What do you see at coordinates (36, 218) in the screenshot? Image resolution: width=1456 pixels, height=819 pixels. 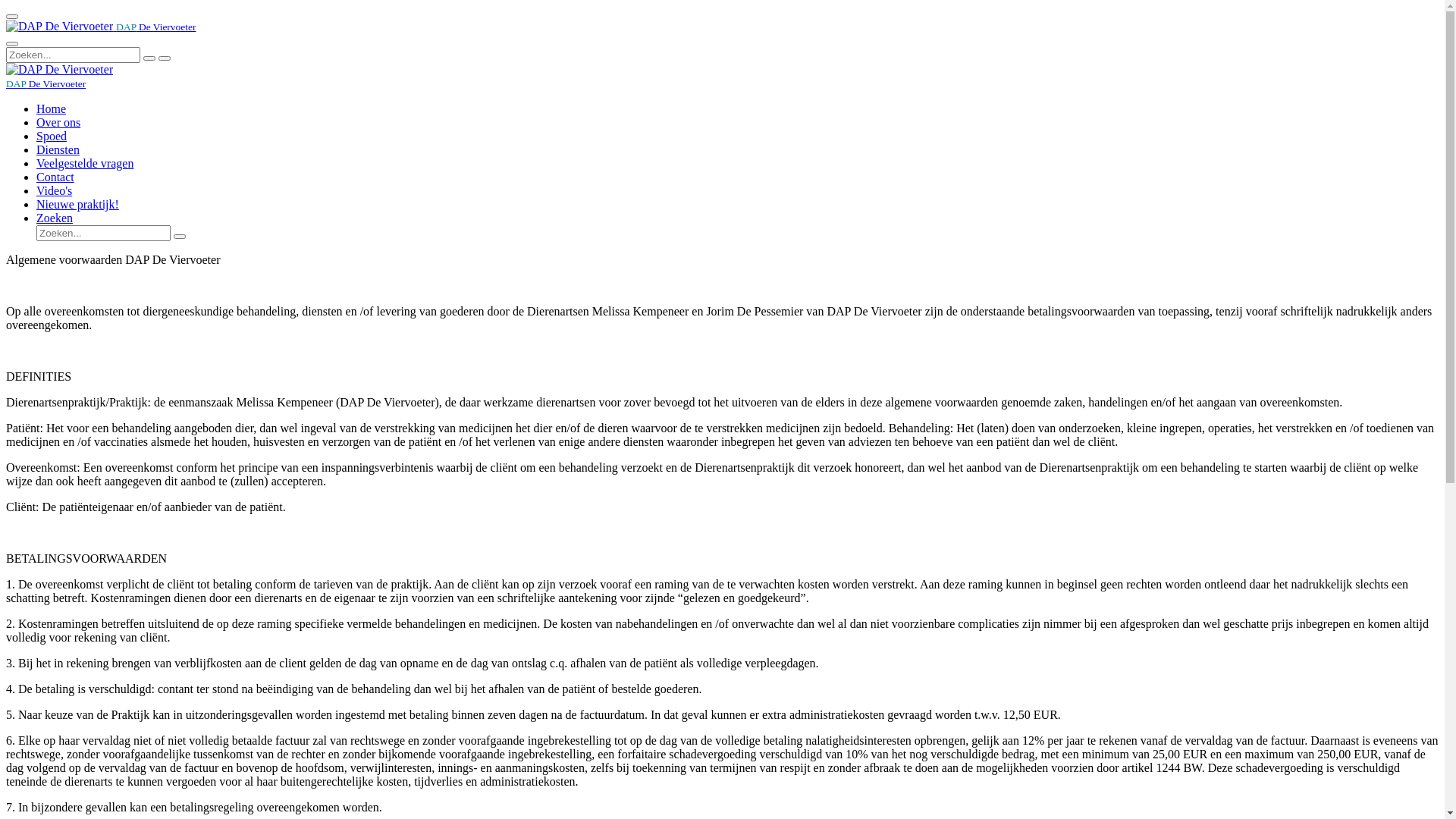 I see `'Zoeken'` at bounding box center [36, 218].